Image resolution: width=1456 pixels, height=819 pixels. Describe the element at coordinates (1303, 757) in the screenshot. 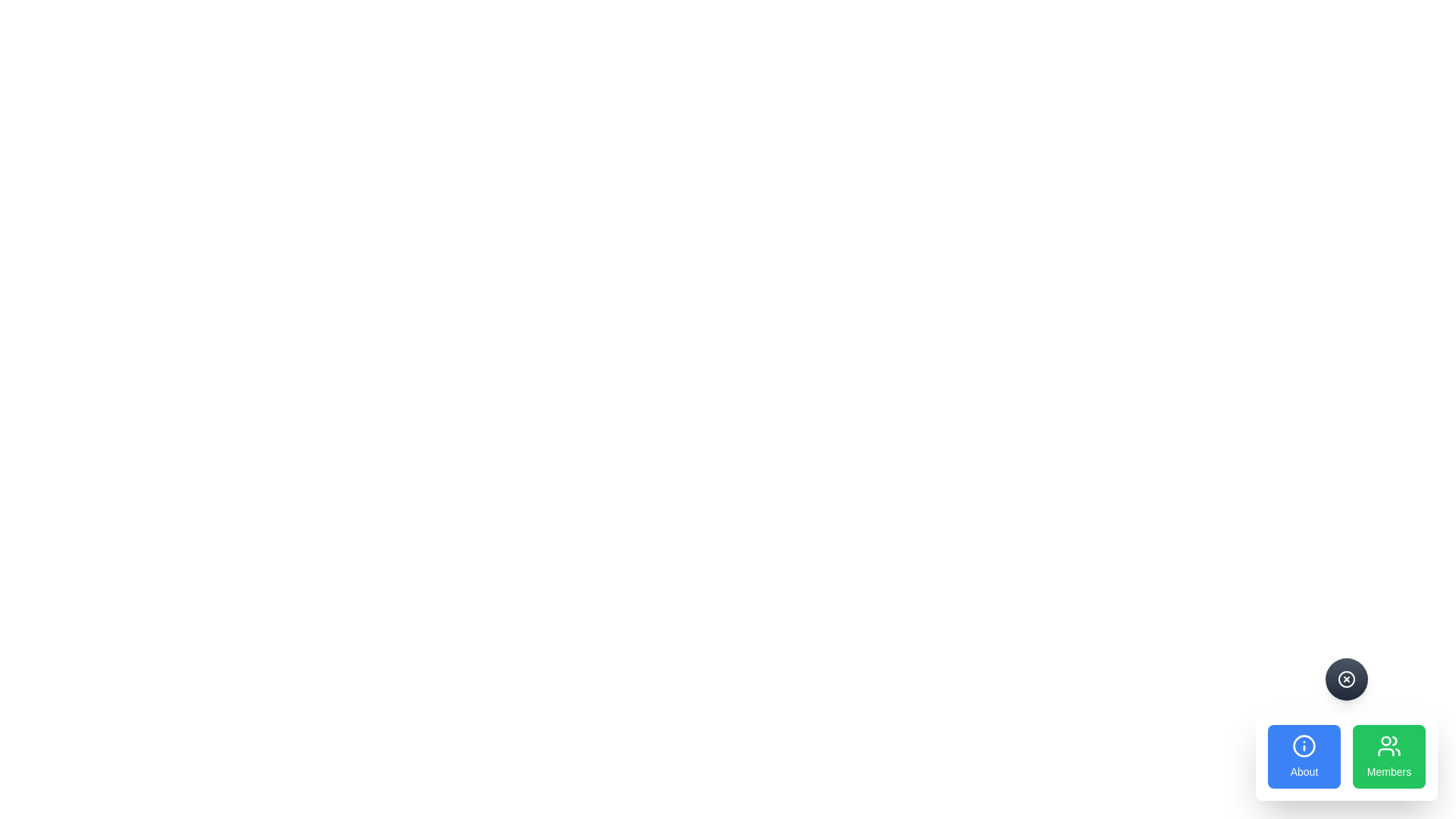

I see `the button located in the bottom-right quadrant of the interface, which provides general information about a specific topic` at that location.